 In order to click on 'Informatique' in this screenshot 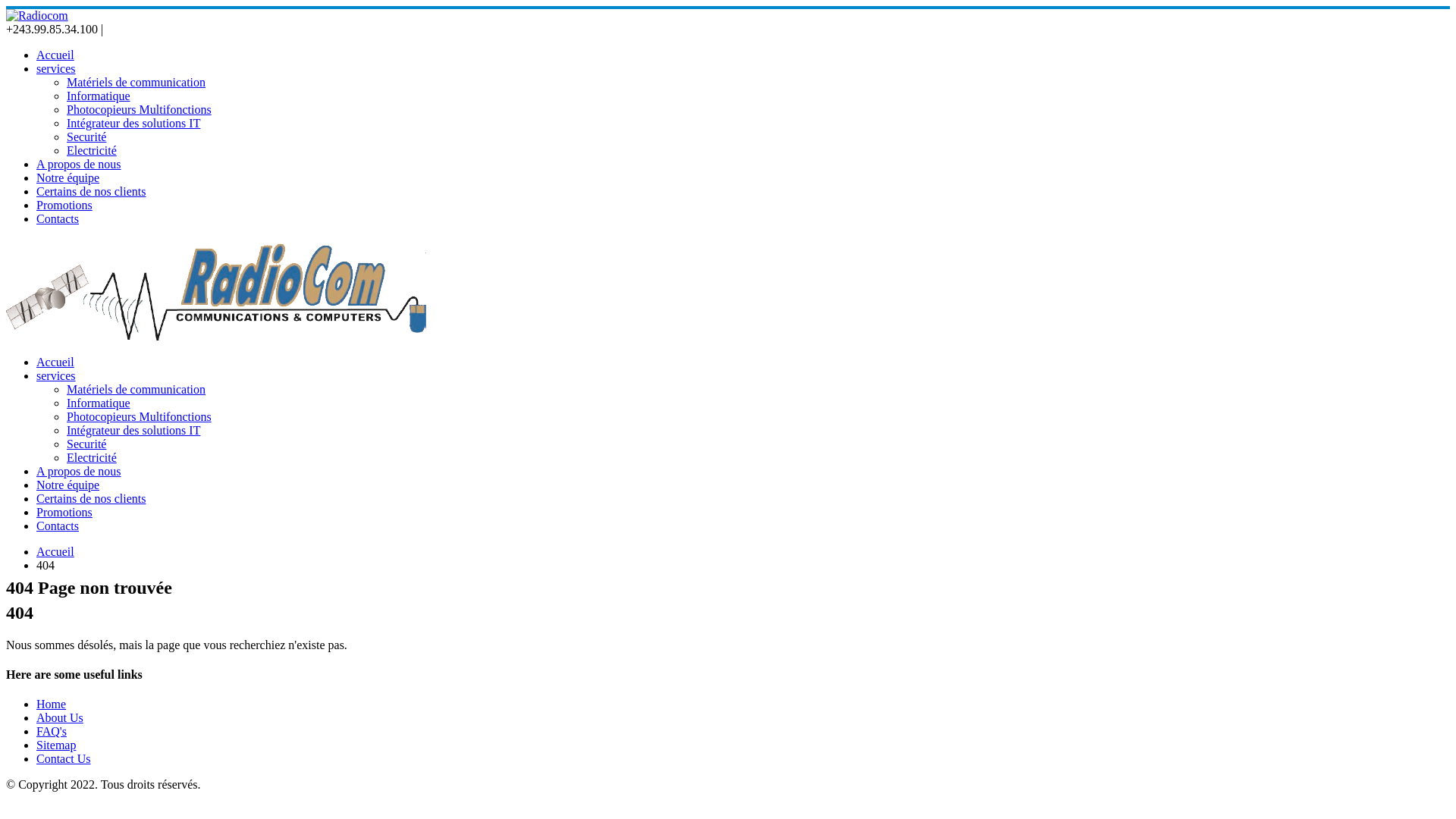, I will do `click(97, 402)`.